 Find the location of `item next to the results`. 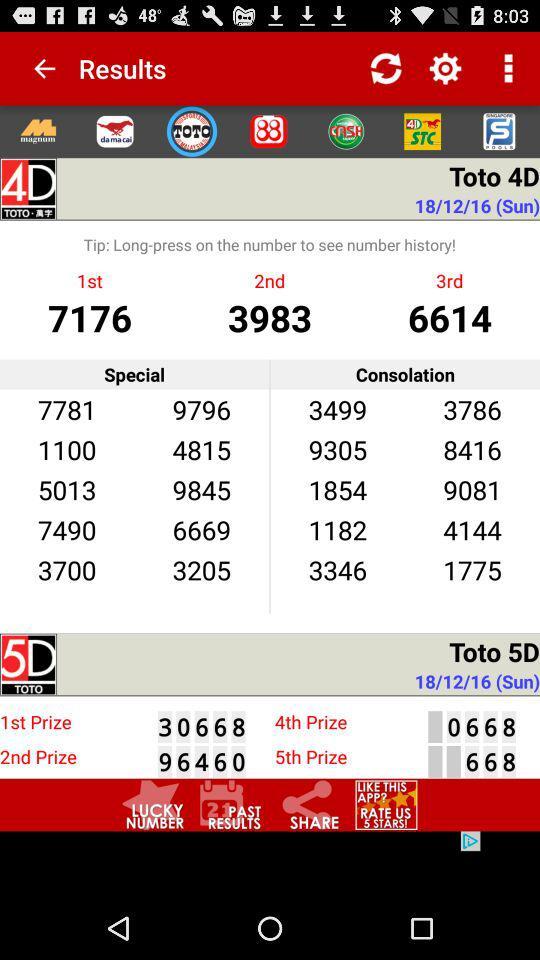

item next to the results is located at coordinates (36, 68).